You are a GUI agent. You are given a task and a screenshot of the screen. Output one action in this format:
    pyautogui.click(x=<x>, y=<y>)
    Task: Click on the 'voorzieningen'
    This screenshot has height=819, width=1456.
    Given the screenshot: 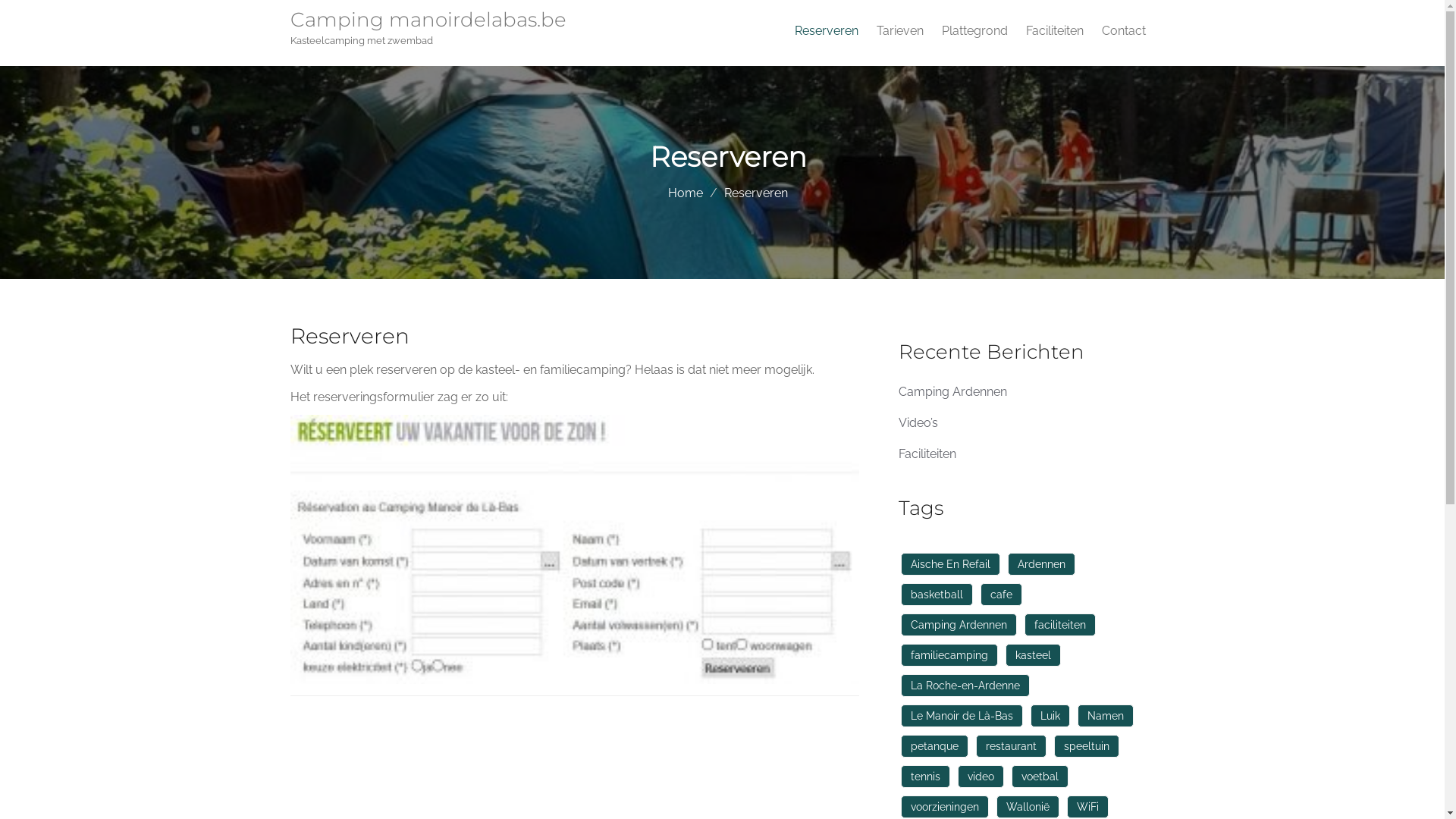 What is the action you would take?
    pyautogui.click(x=901, y=806)
    